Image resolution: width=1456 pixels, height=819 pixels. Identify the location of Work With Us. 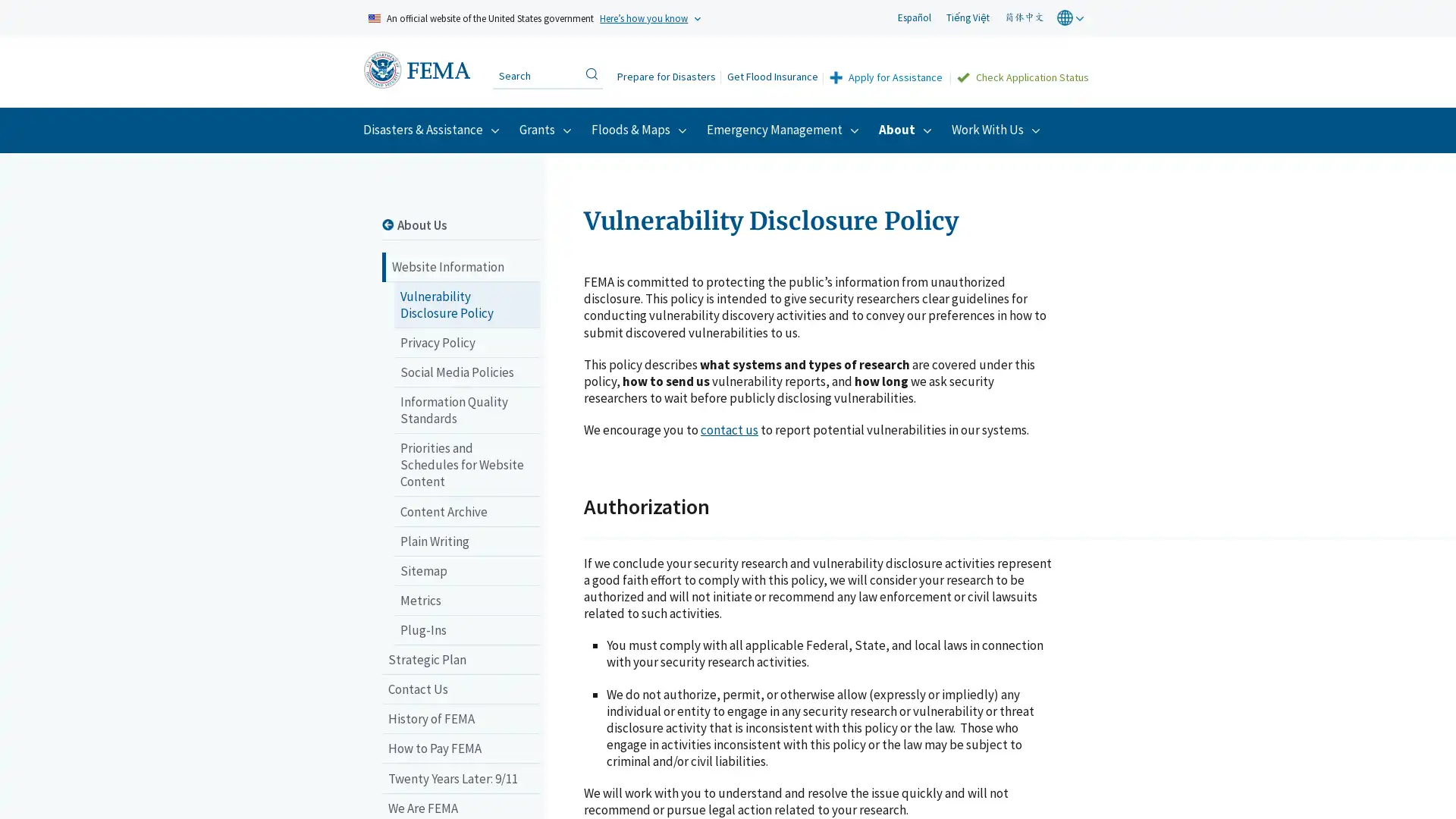
(998, 128).